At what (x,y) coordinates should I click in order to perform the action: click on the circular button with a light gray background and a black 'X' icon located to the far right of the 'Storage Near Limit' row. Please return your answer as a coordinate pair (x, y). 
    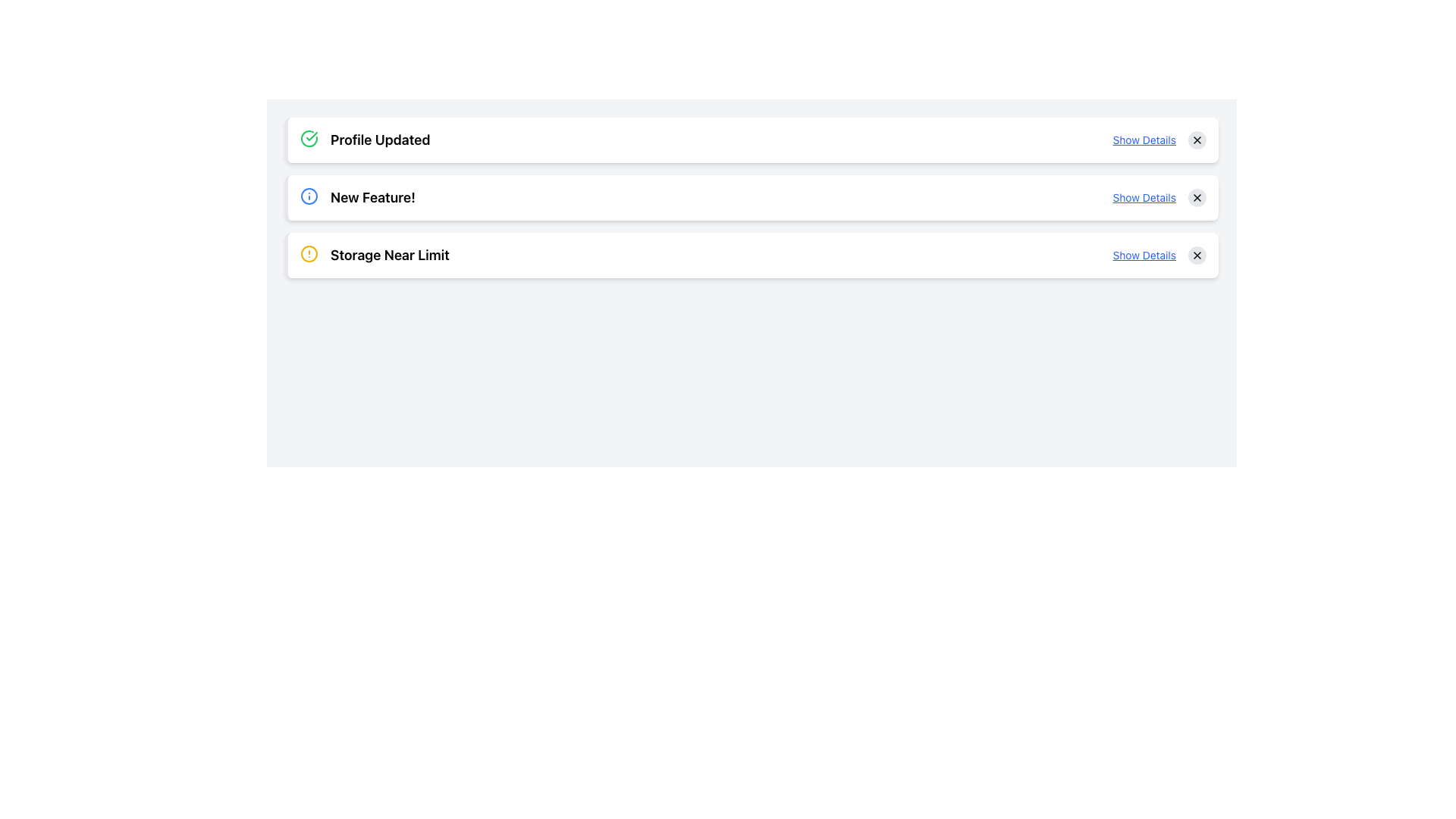
    Looking at the image, I should click on (1197, 254).